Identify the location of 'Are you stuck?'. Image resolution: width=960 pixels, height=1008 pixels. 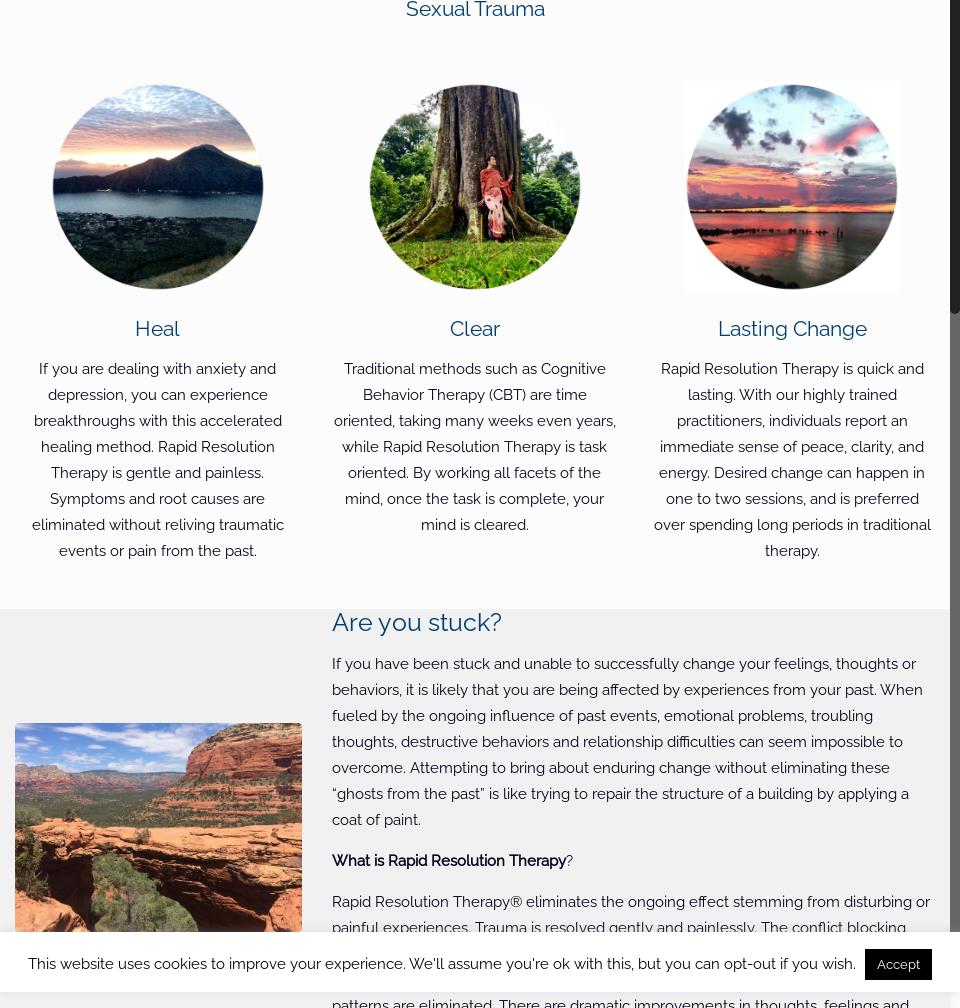
(416, 622).